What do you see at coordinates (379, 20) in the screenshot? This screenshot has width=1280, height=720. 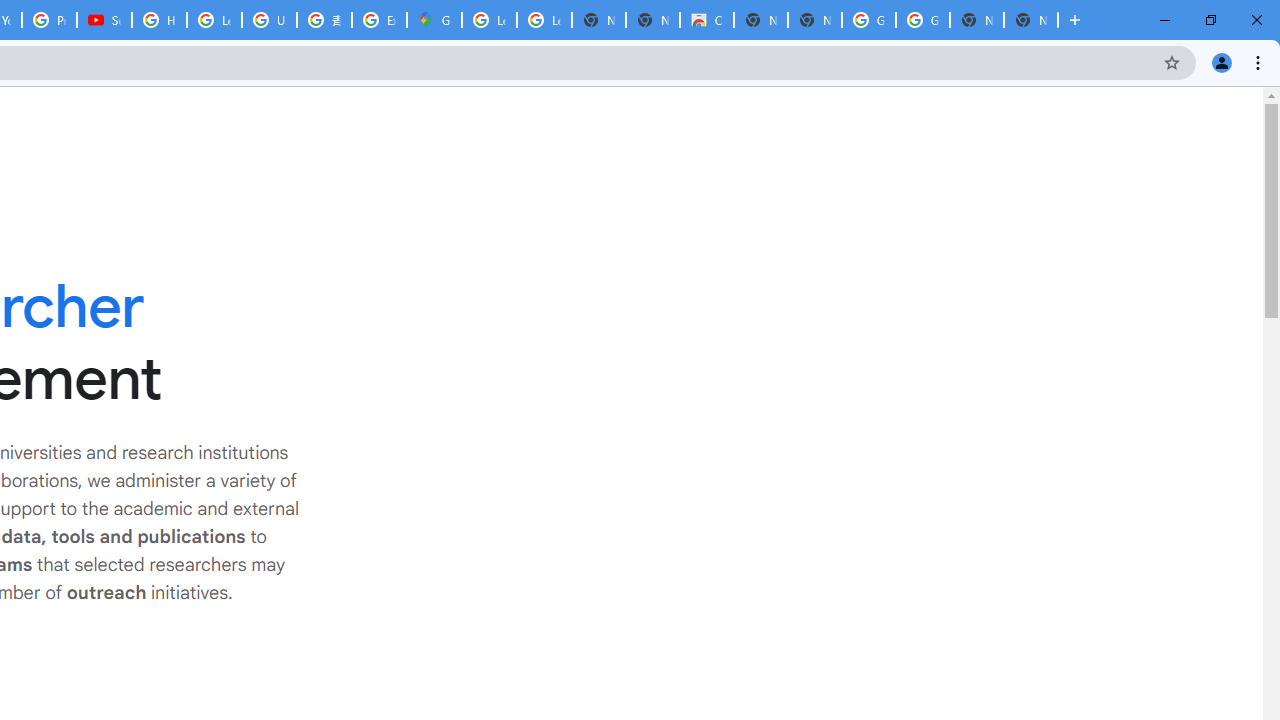 I see `'Explore new street-level details - Google Maps Help'` at bounding box center [379, 20].